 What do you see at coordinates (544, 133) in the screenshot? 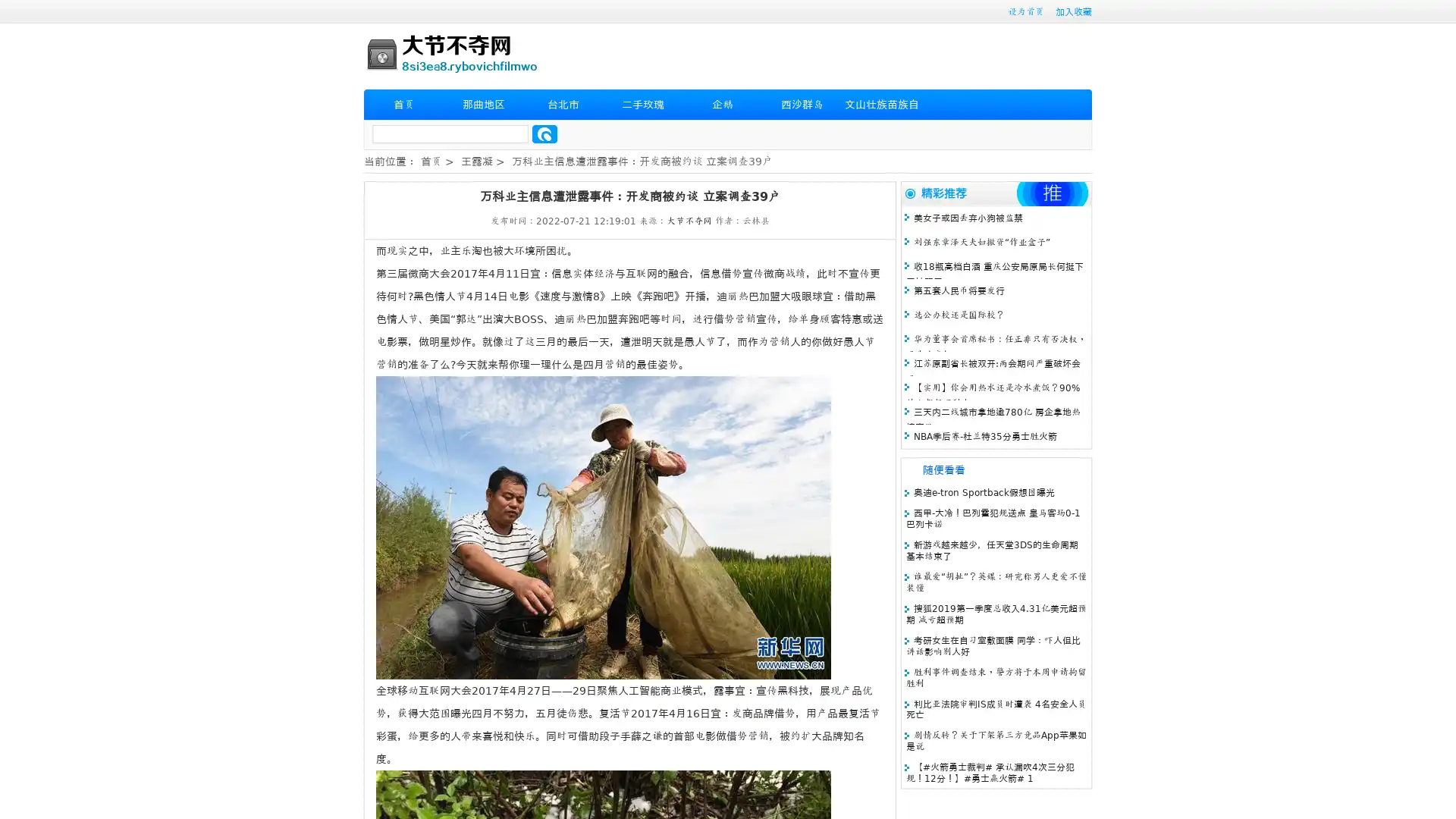
I see `Search` at bounding box center [544, 133].